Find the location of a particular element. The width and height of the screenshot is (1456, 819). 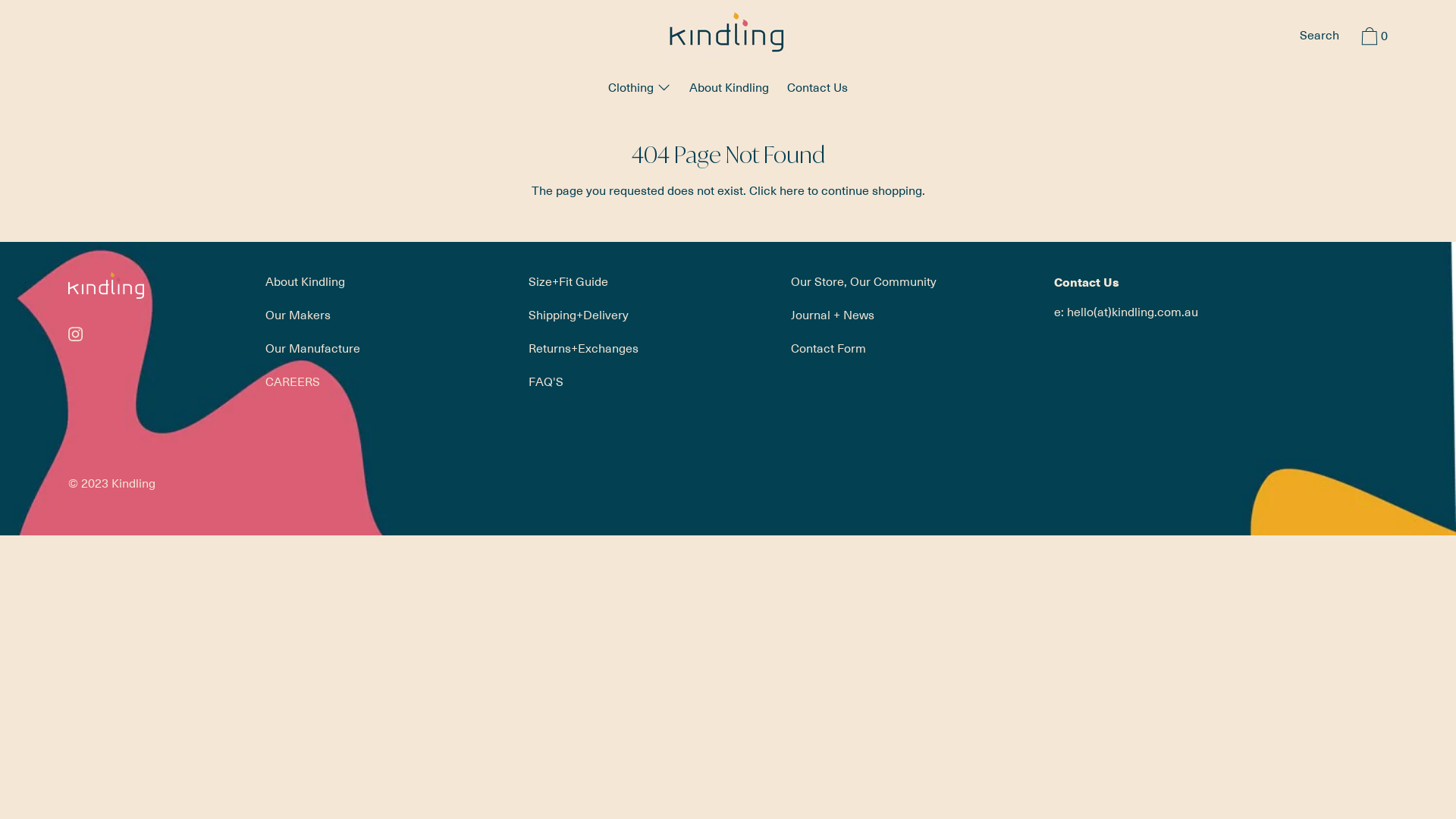

'Instagram' is located at coordinates (74, 333).